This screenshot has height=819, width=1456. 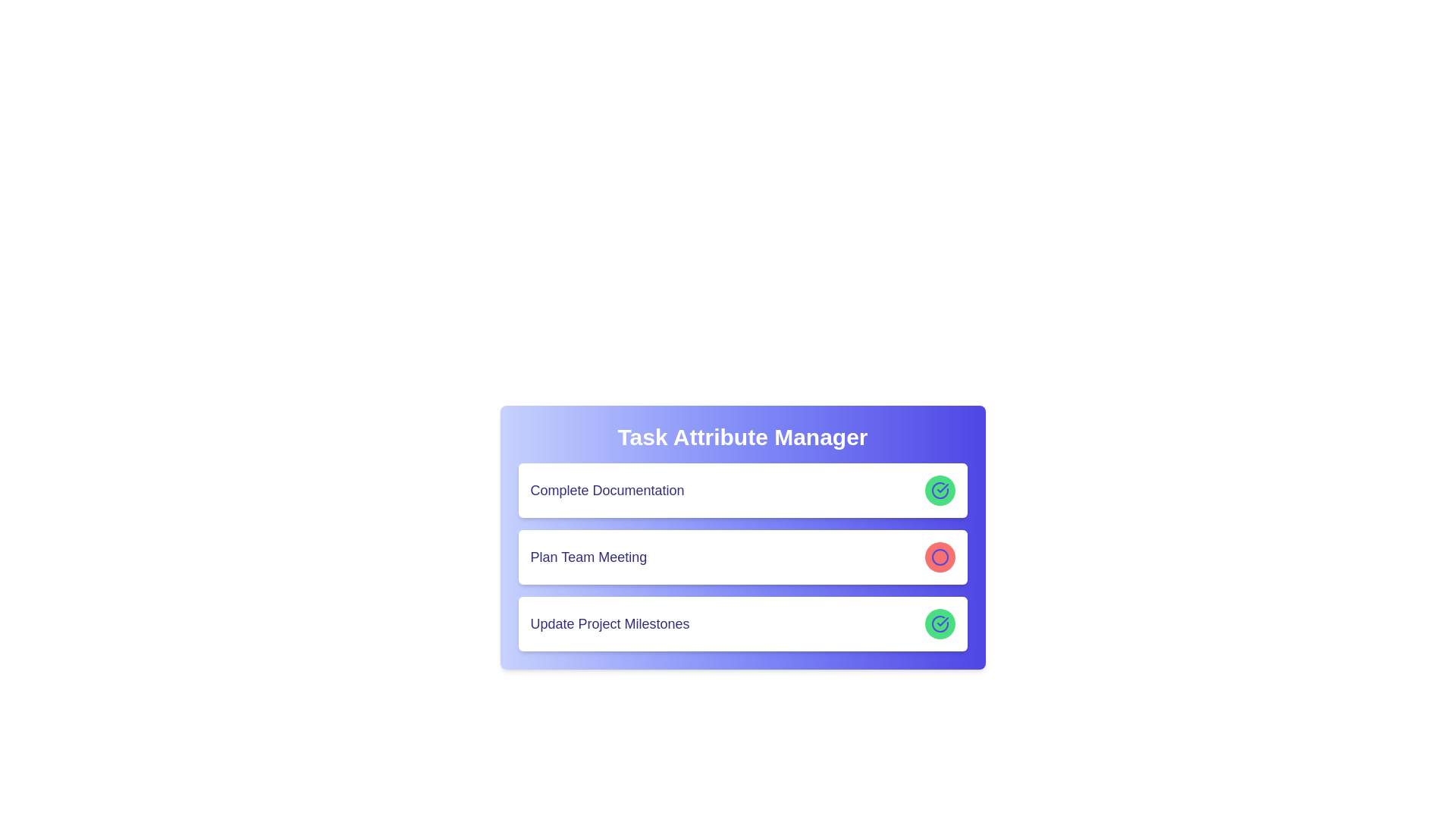 I want to click on the Text label that displays the name of a task or event, which is centered horizontally within a white card in the middle row, so click(x=588, y=557).